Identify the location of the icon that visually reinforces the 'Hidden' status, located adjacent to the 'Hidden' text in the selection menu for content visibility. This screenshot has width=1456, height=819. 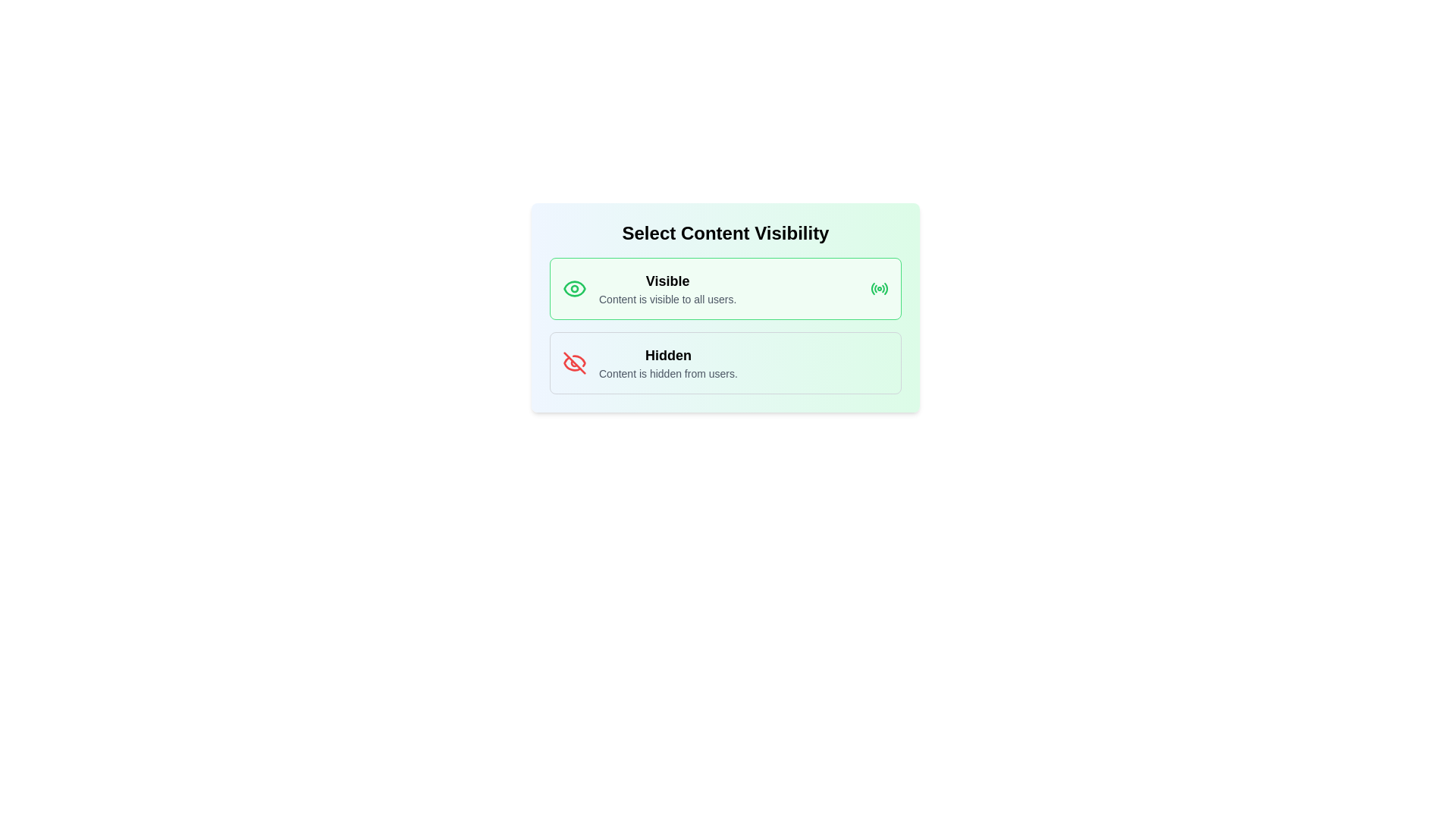
(574, 362).